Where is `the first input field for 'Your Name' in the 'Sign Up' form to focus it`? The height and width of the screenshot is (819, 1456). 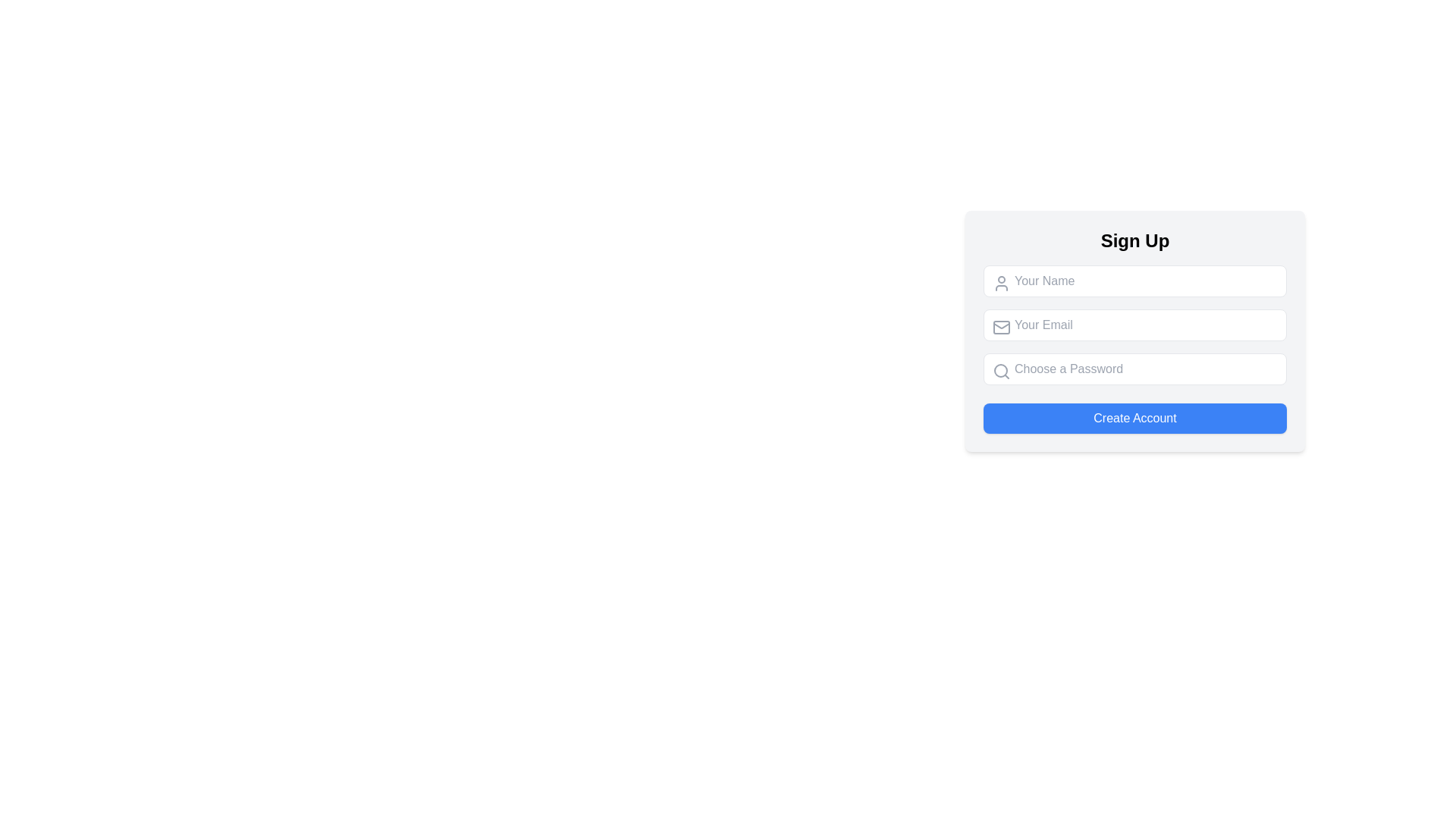
the first input field for 'Your Name' in the 'Sign Up' form to focus it is located at coordinates (1135, 281).